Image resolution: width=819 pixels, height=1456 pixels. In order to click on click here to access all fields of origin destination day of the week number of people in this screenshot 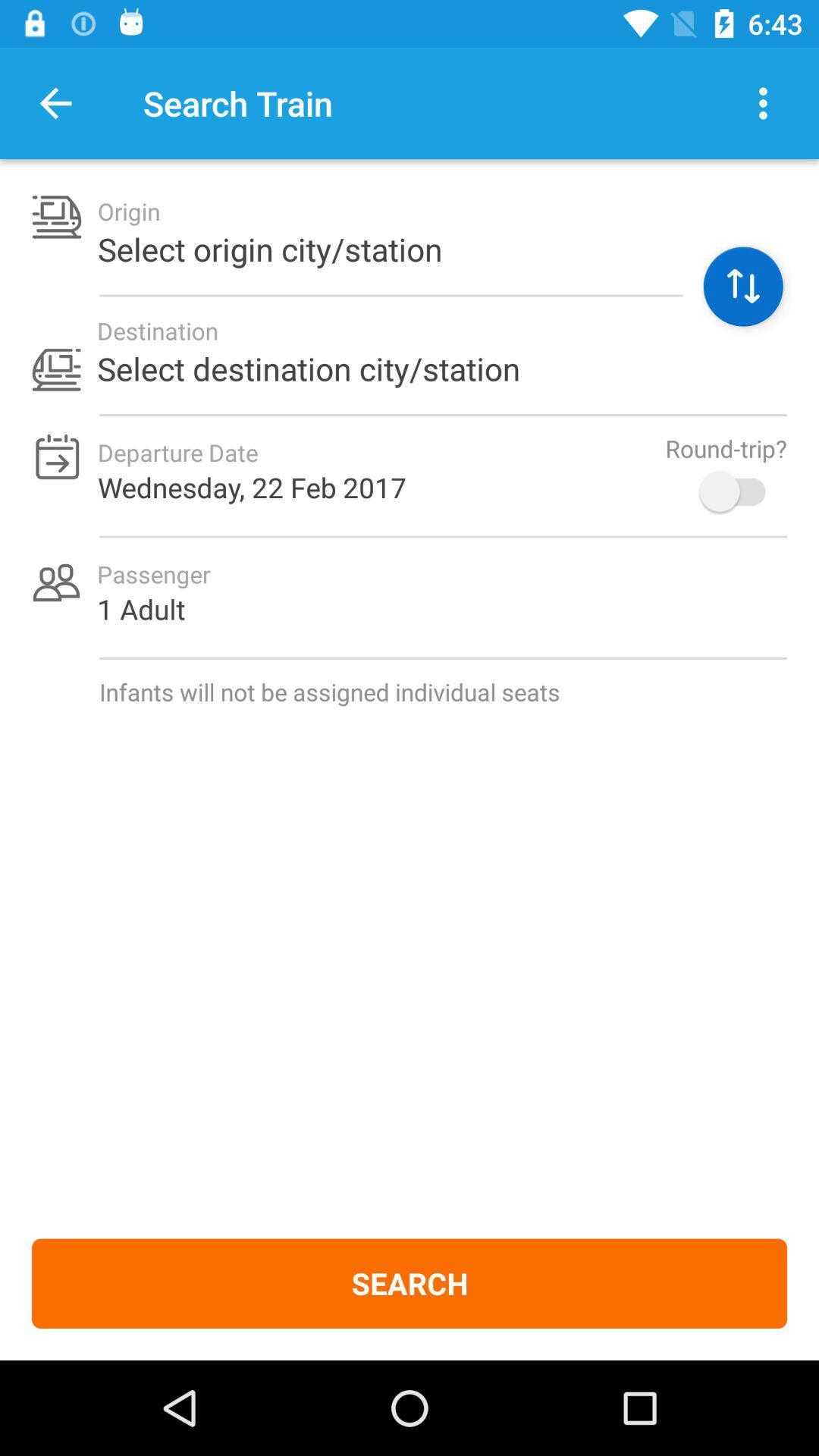, I will do `click(742, 287)`.